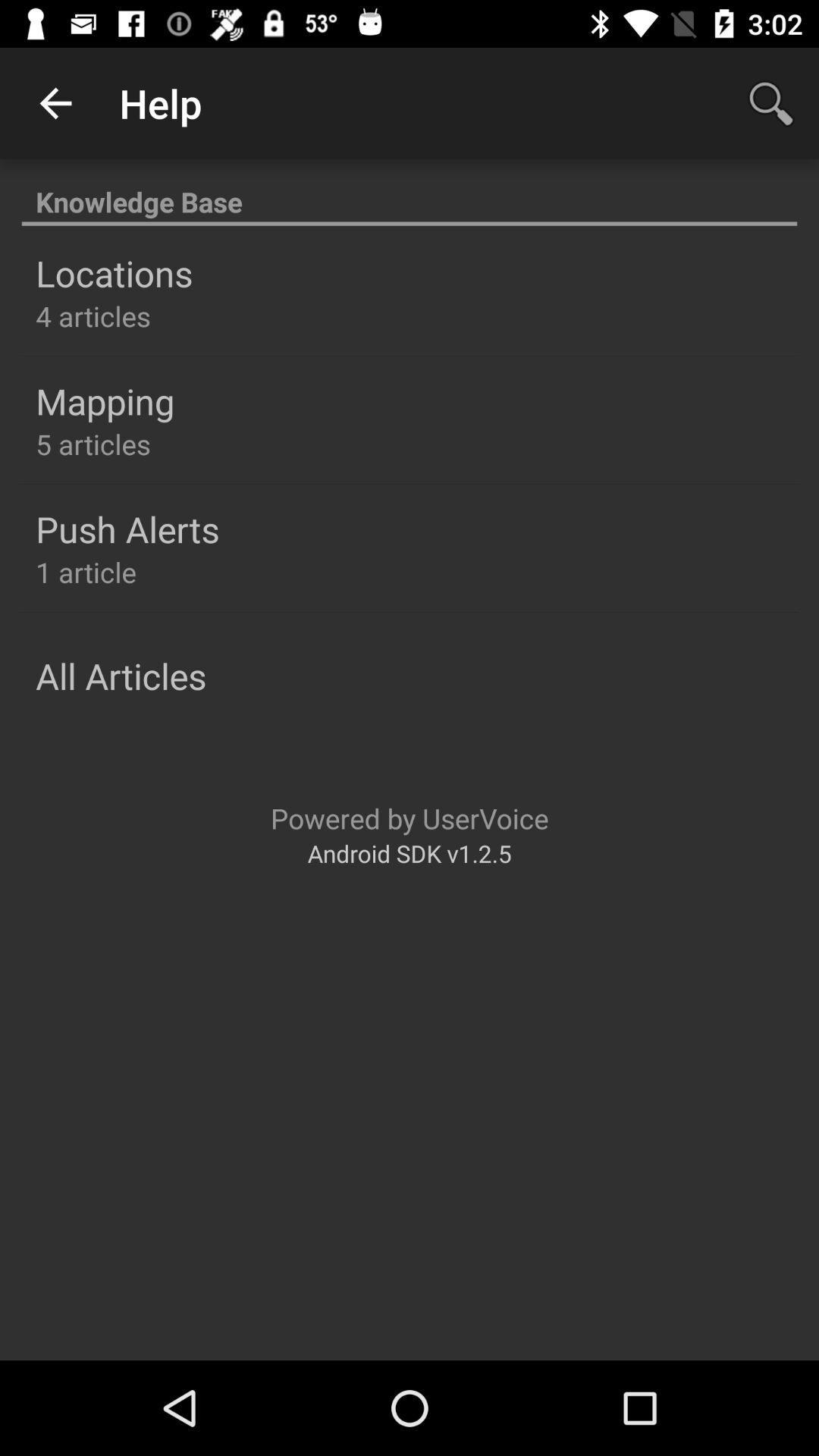 The width and height of the screenshot is (819, 1456). Describe the element at coordinates (55, 102) in the screenshot. I see `the app to the left of the help icon` at that location.